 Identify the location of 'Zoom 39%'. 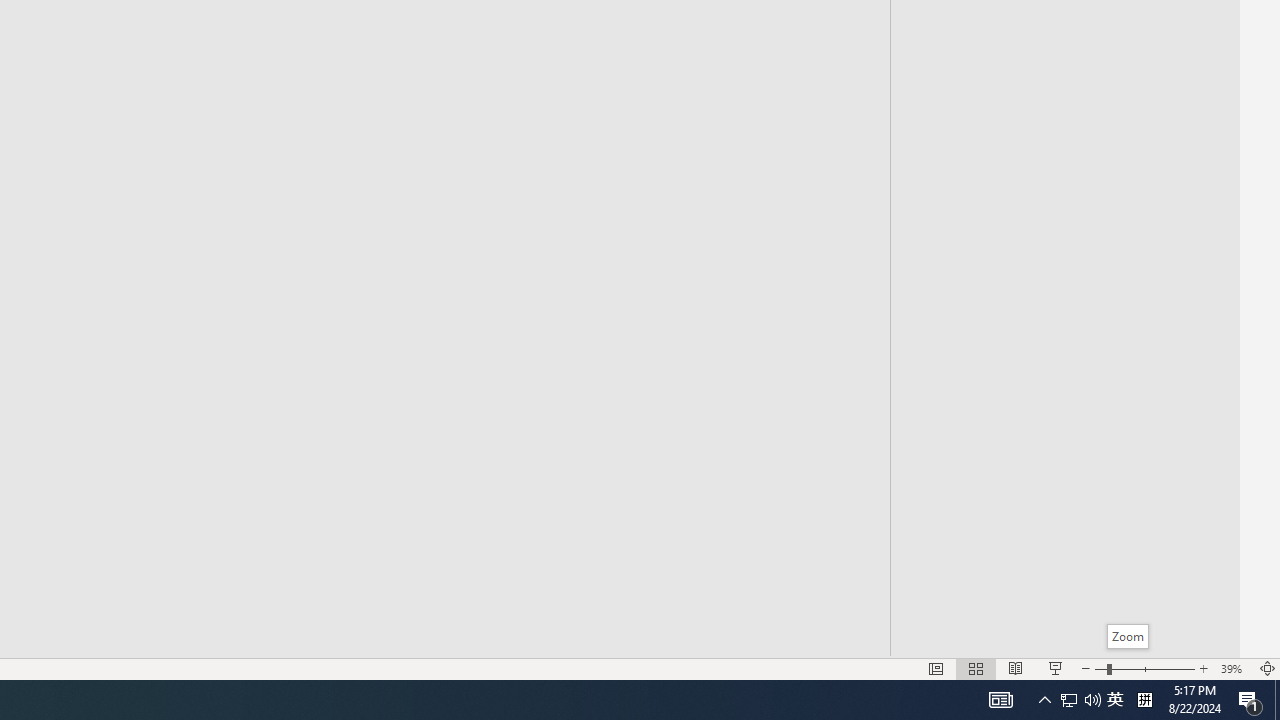
(1233, 669).